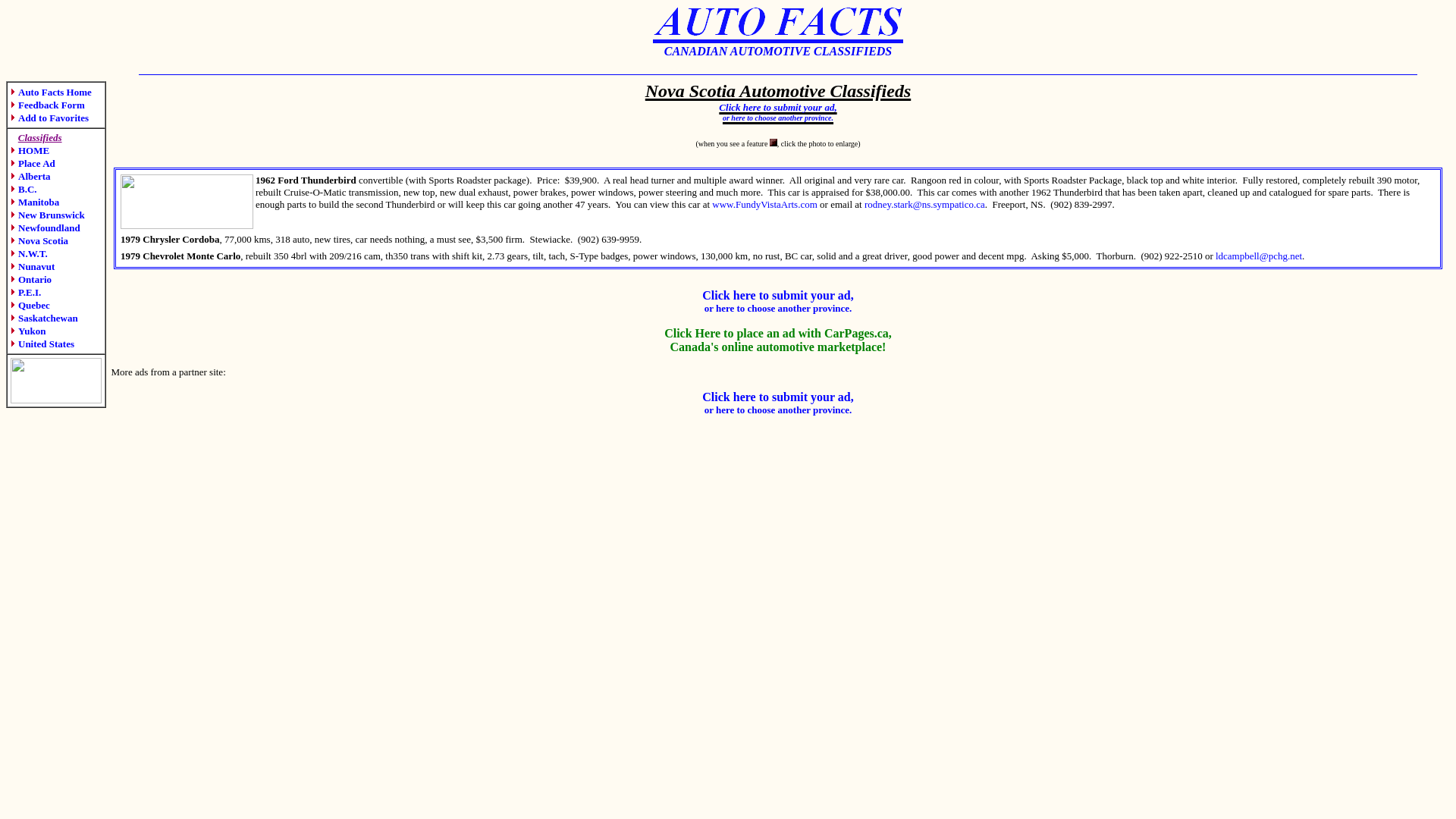 This screenshot has width=1456, height=819. I want to click on 'Yukon', so click(28, 330).